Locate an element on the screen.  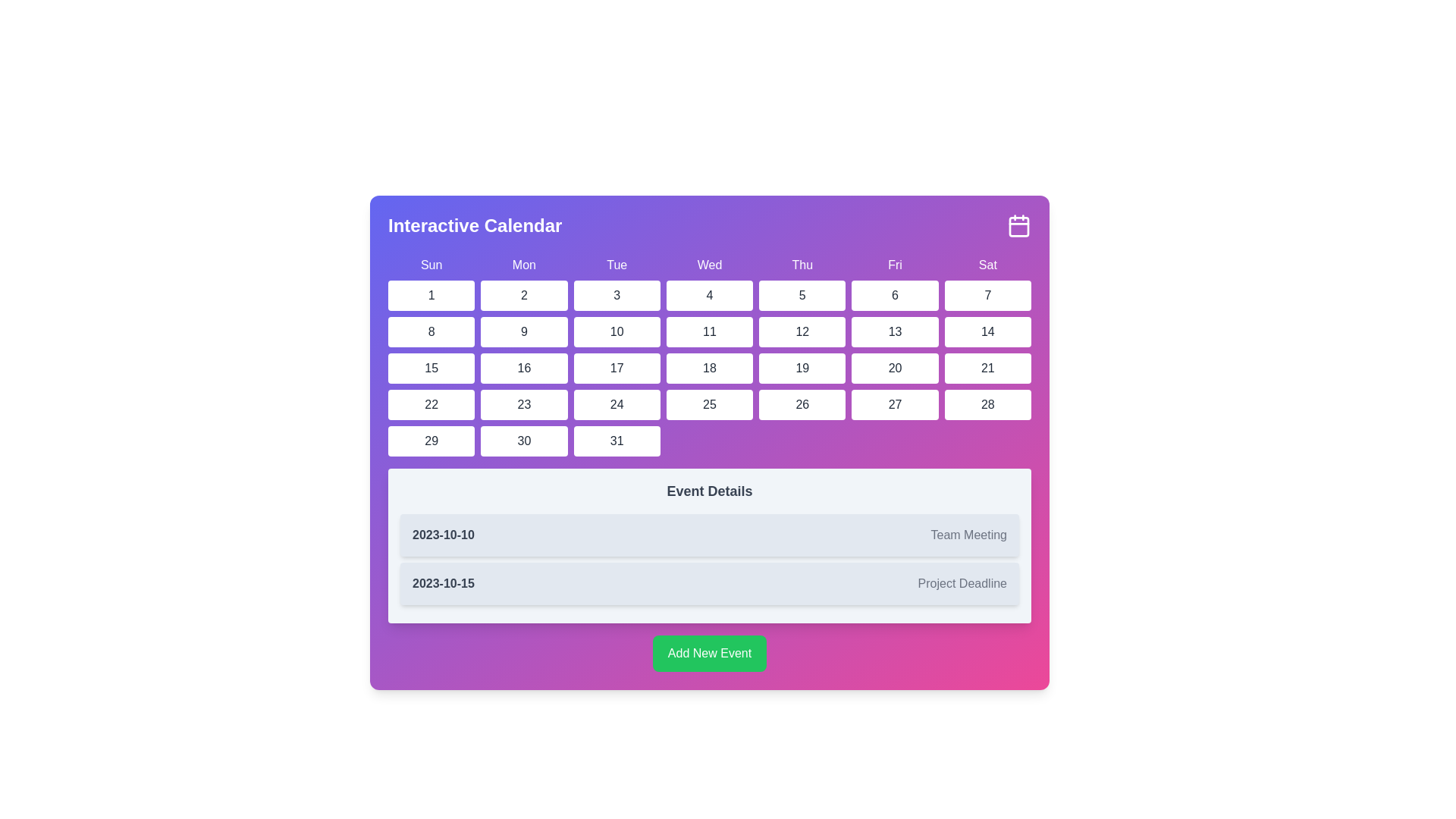
the rectangular button labeled '2' located is located at coordinates (524, 295).